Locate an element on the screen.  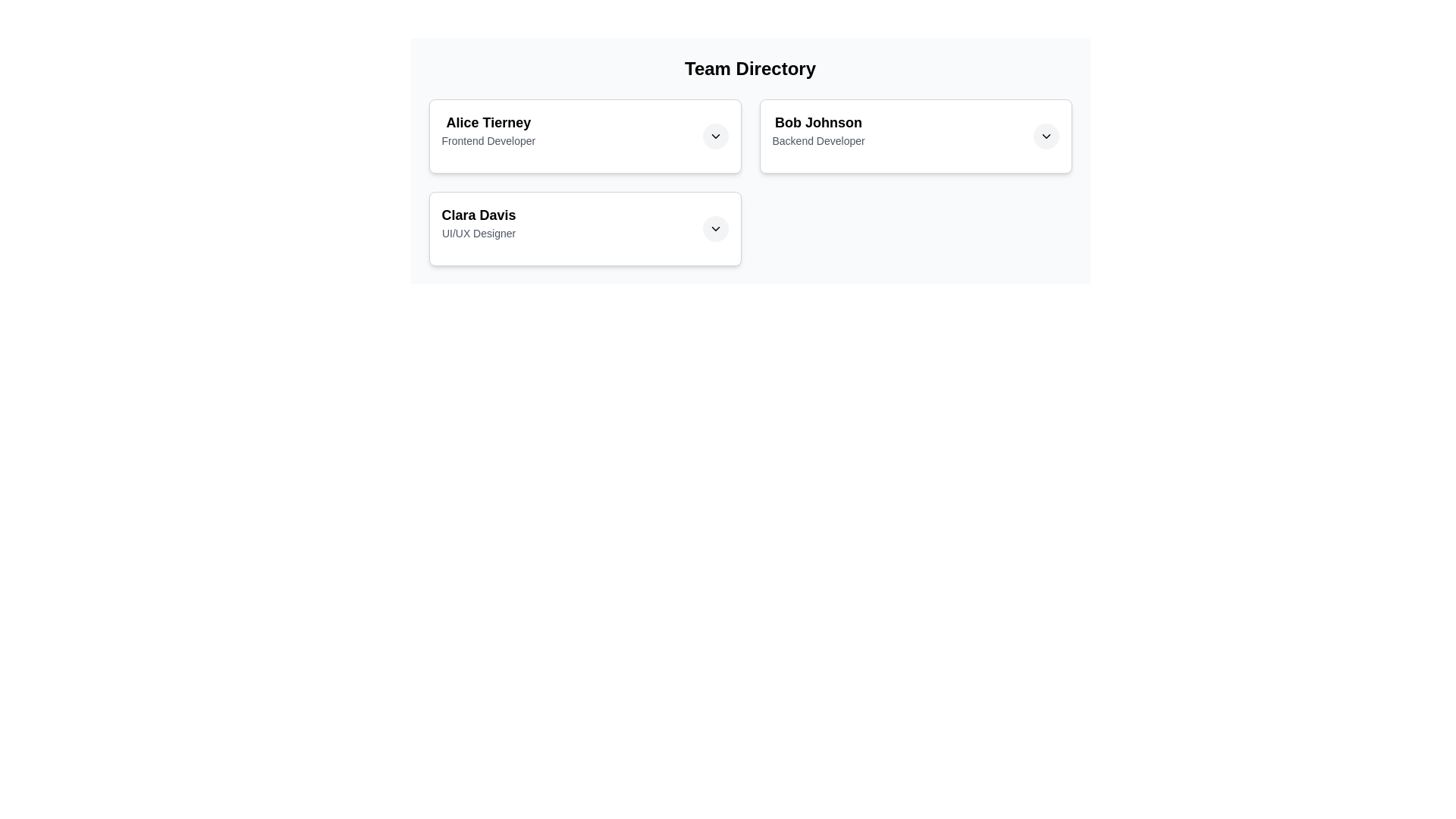
the static text label displaying the designation 'UI/UX Designer' associated with Clara Davis, located in the bottom-left portion of the card is located at coordinates (478, 234).